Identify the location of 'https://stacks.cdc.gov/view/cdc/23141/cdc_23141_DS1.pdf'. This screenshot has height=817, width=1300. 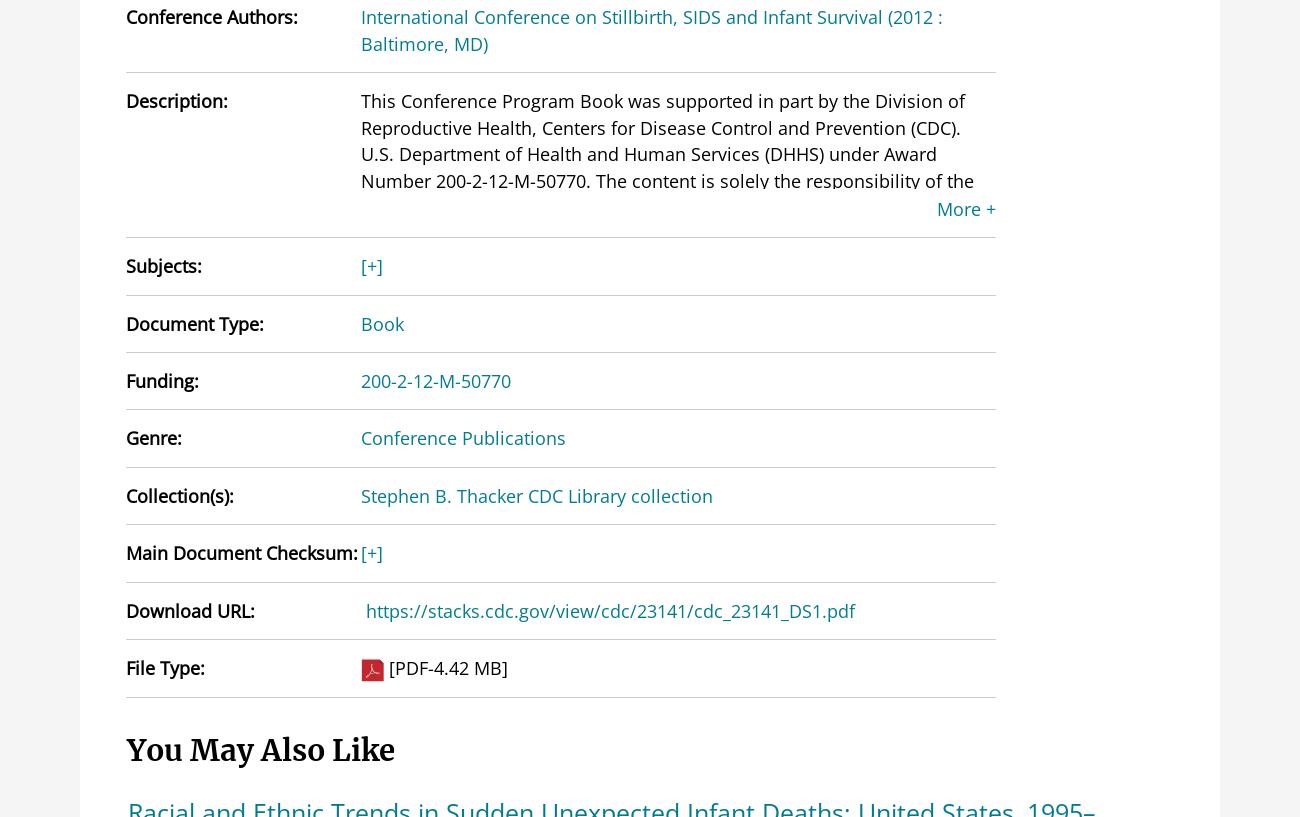
(609, 609).